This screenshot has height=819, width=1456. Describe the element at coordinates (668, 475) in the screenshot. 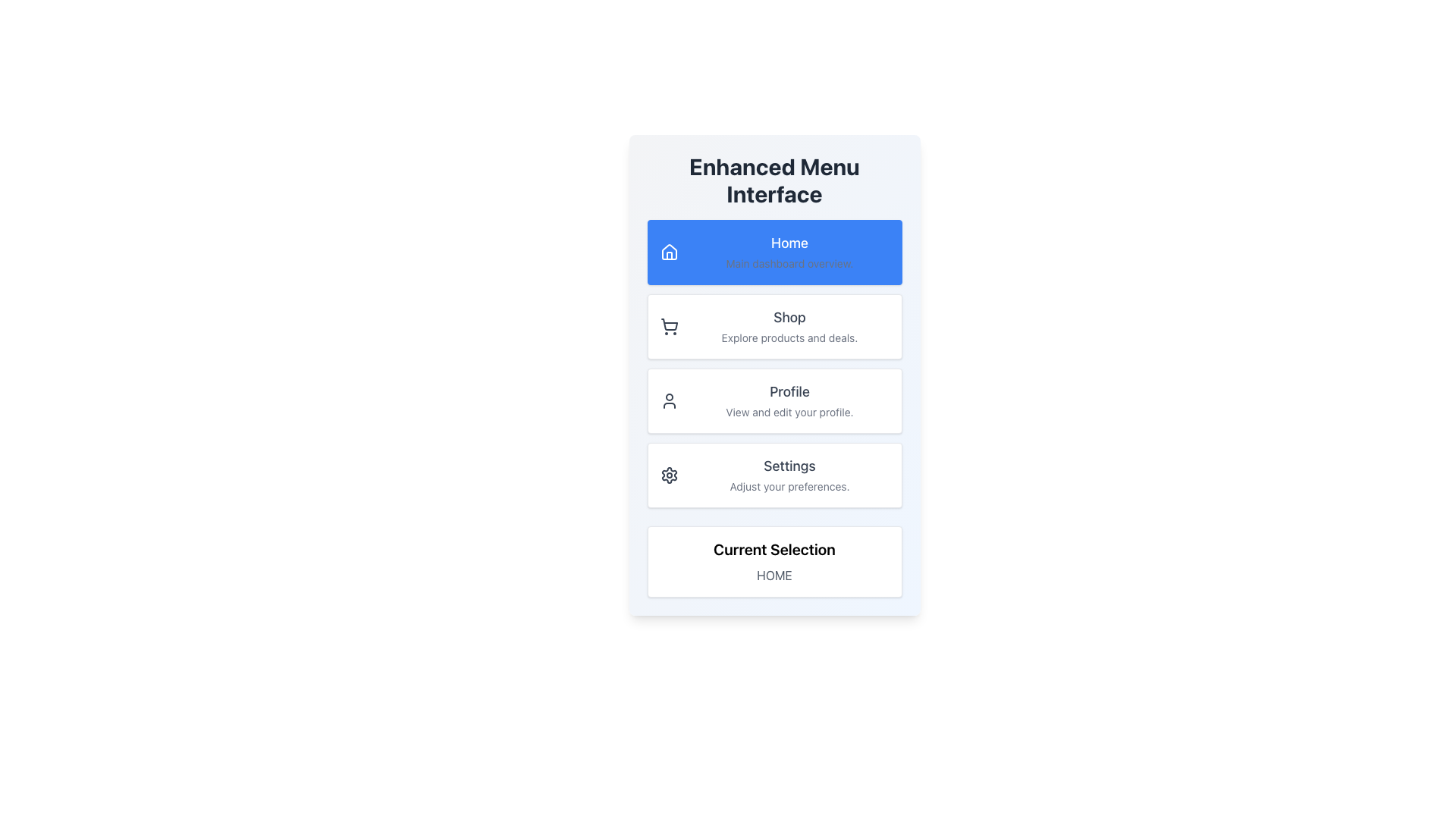

I see `the gear icon located at the leftmost section of the 'Settings' button` at that location.